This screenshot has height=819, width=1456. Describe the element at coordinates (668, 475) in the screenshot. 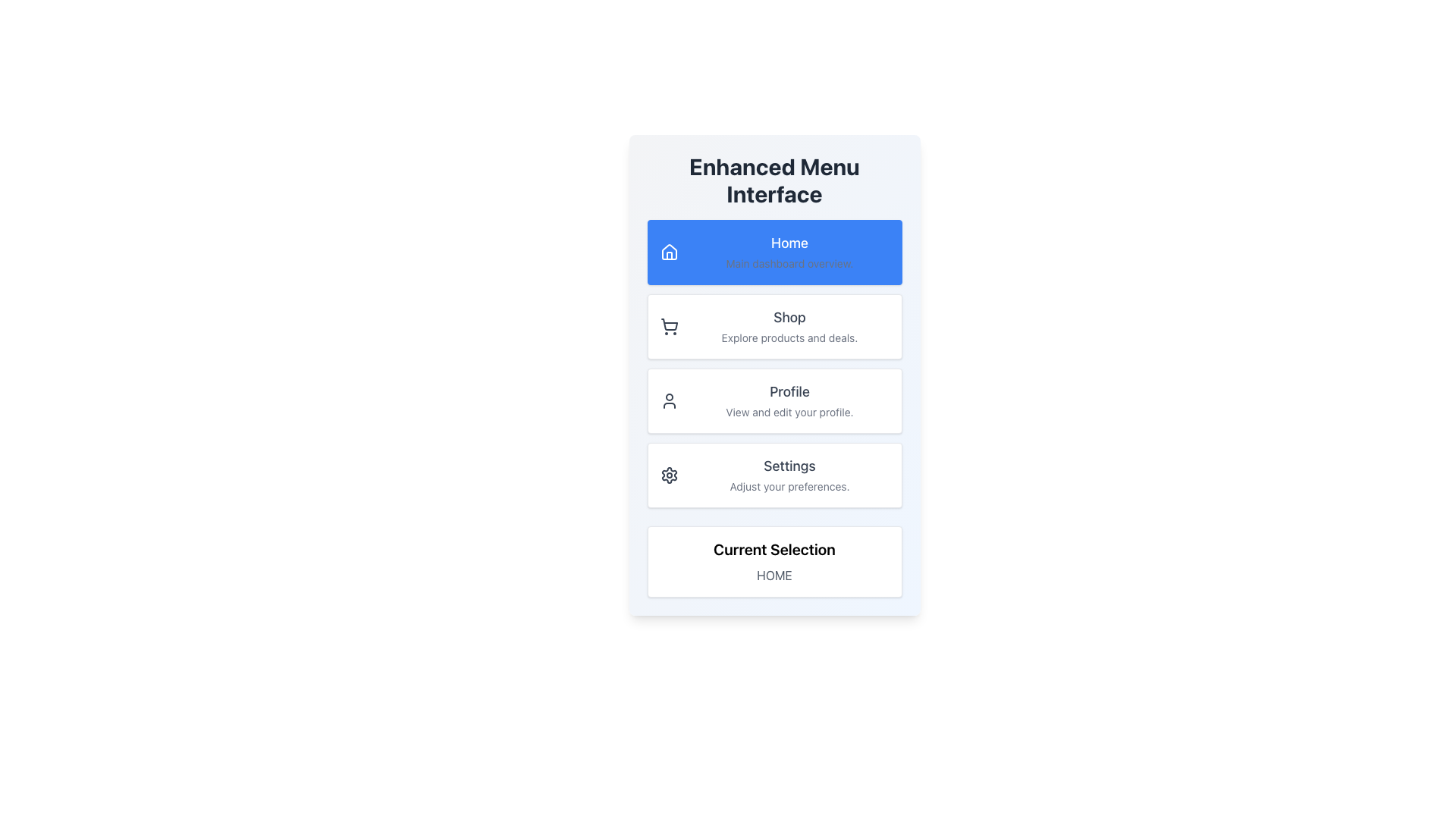

I see `the gear icon located at the leftmost section of the 'Settings' button` at that location.